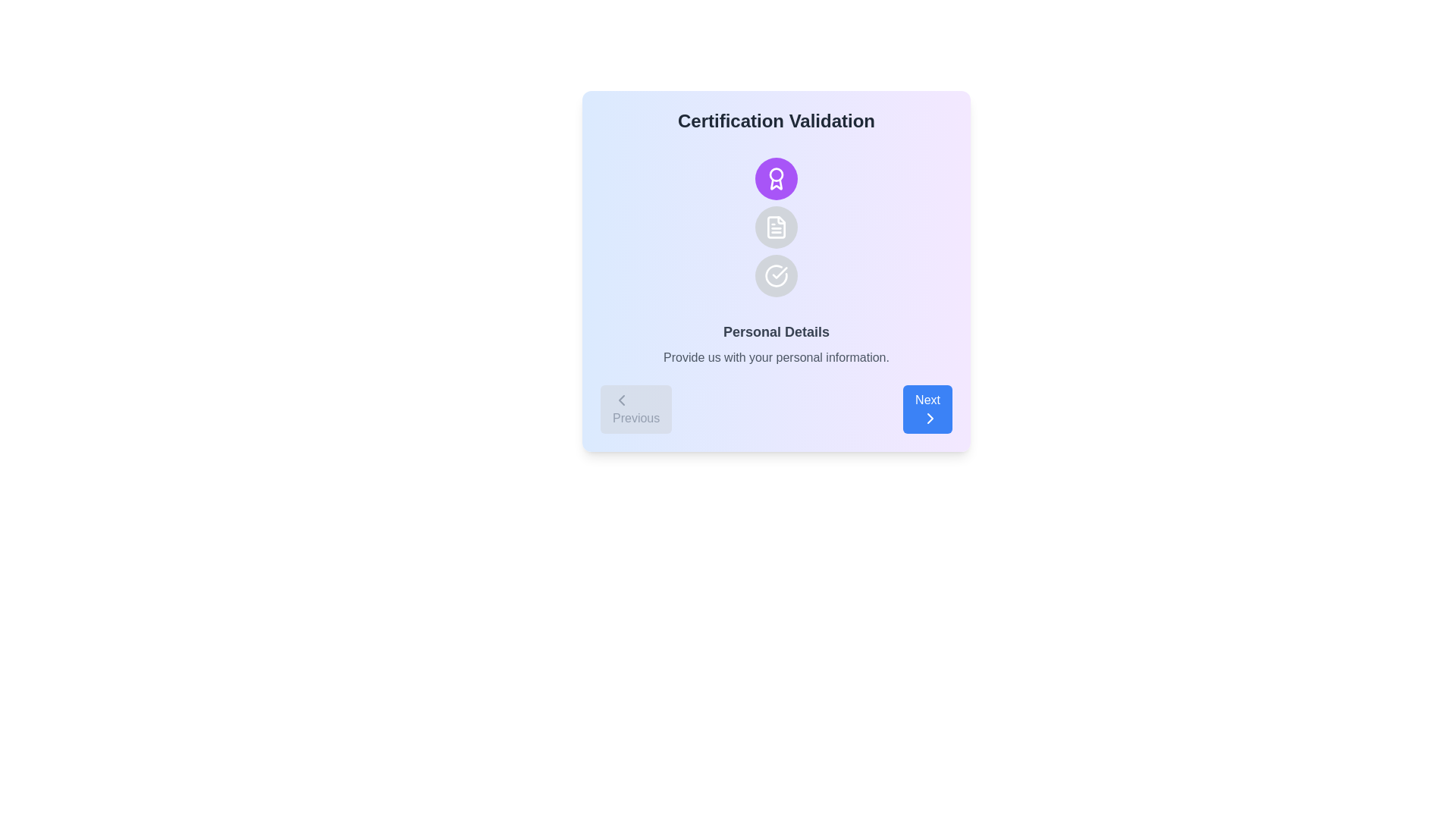 The image size is (1456, 819). Describe the element at coordinates (776, 227) in the screenshot. I see `the file/document icon, which is the second item in a vertical sequence of icons, located between a purple circular icon with a badge and a grayscale circular icon with a checkmark` at that location.